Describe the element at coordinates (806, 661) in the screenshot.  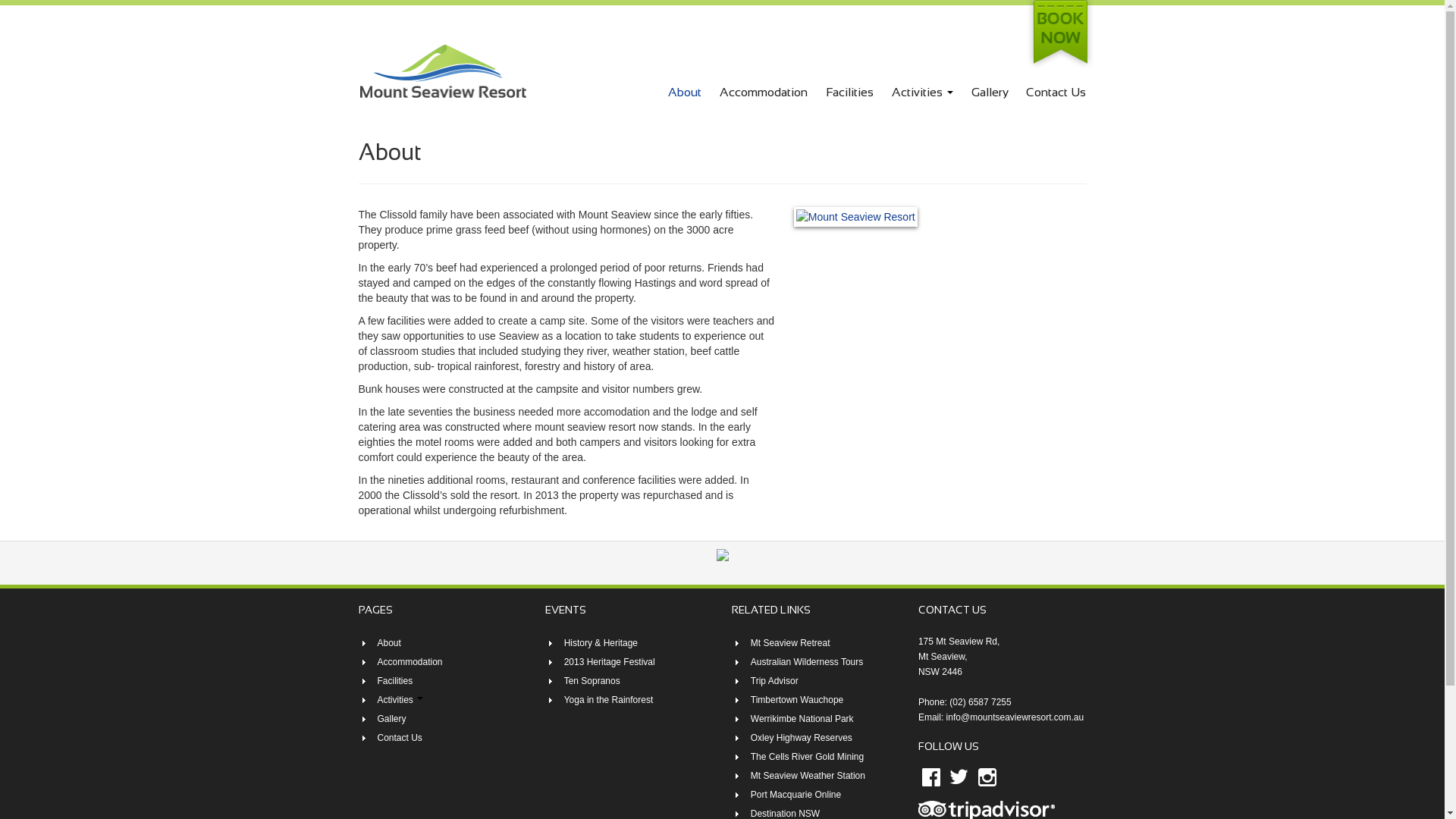
I see `'Australian Wilderness Tours'` at that location.